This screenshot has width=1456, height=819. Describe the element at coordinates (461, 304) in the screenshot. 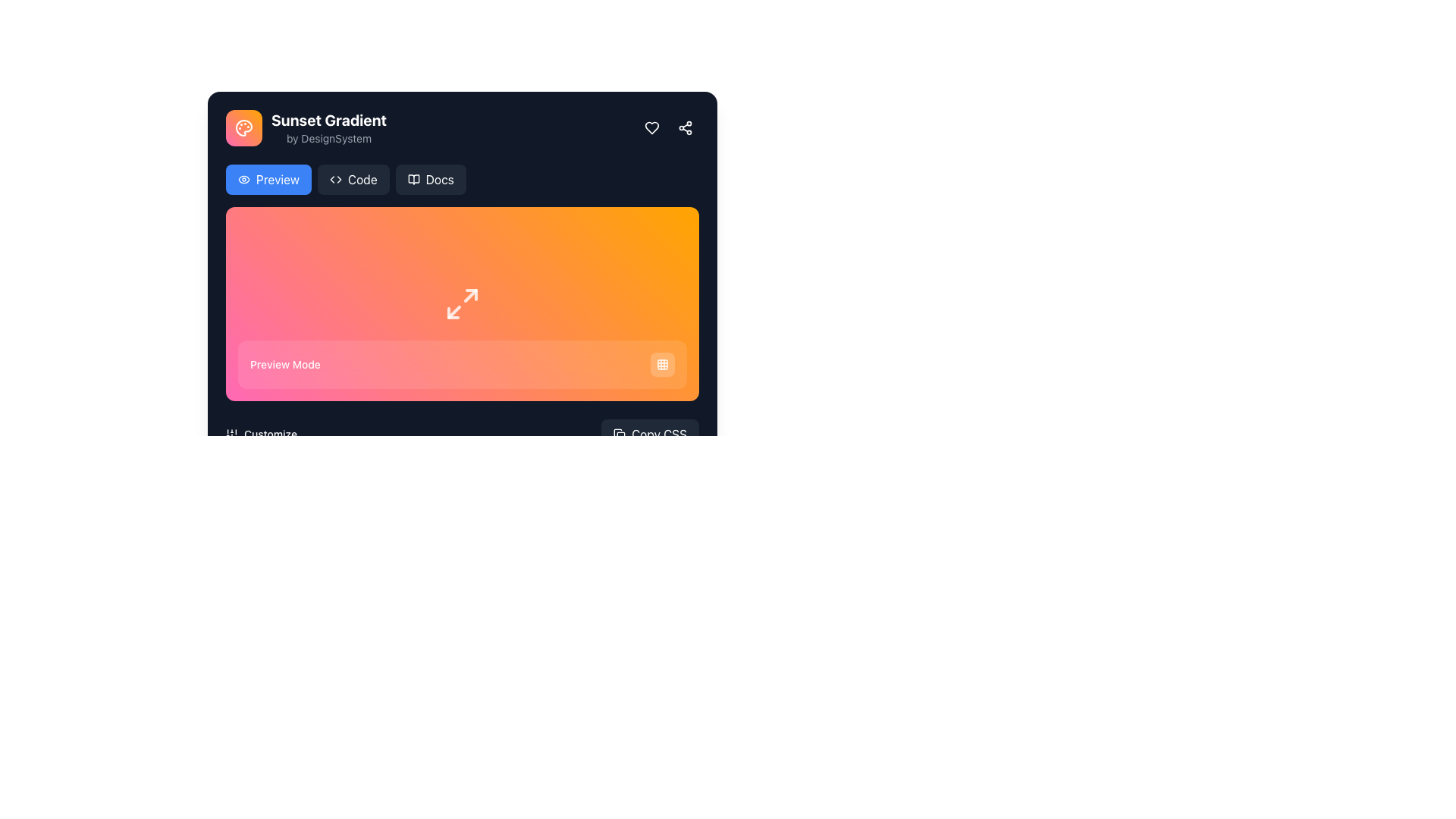

I see `the button icon with diagonal arrows located at the center of the 'Preview Mode' section, which has a gradient background transitioning from pink to orange` at that location.